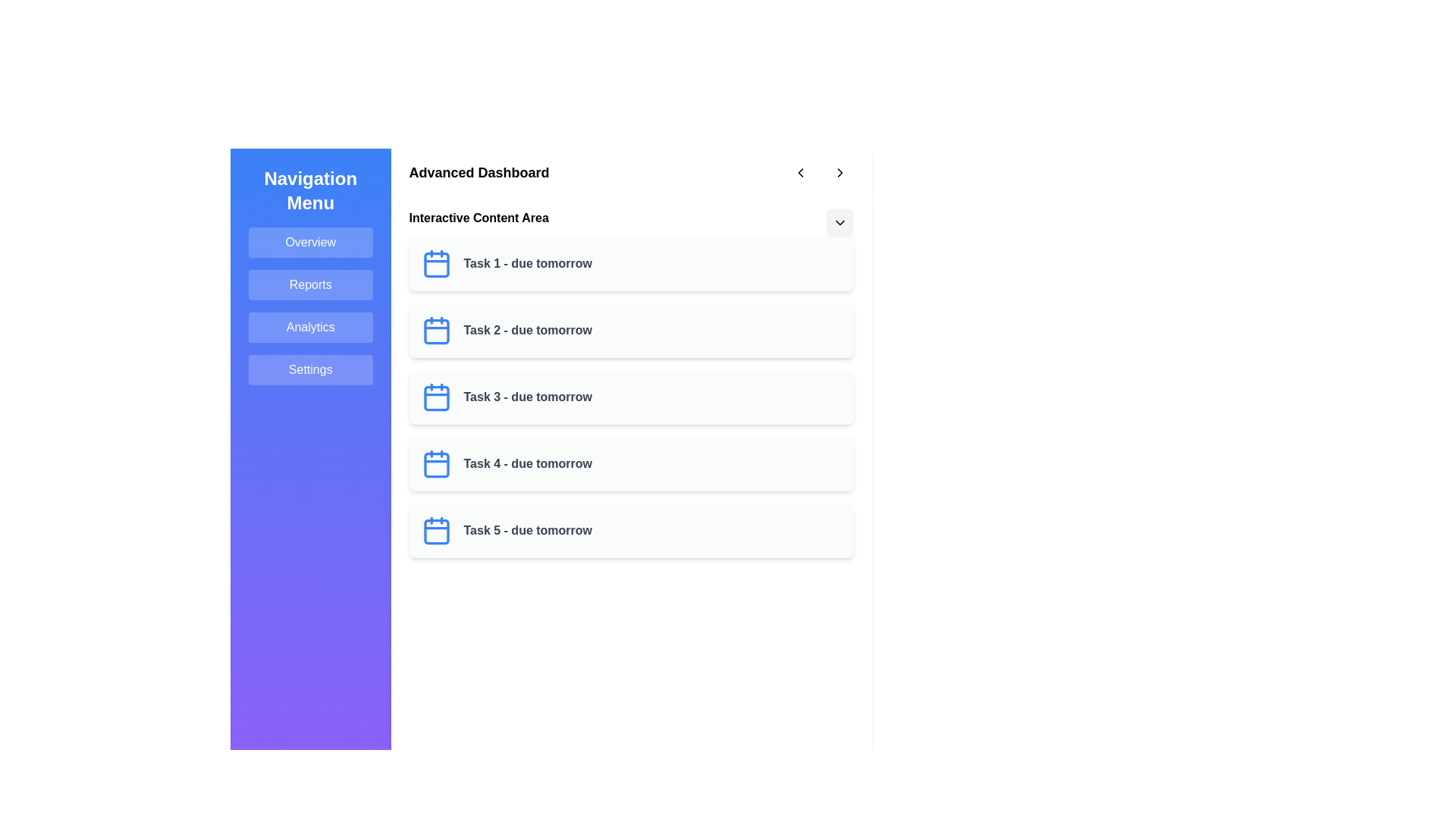  Describe the element at coordinates (839, 171) in the screenshot. I see `the right-pointing chevron SVG icon embedded within the button located in the top-right corner of the content area` at that location.